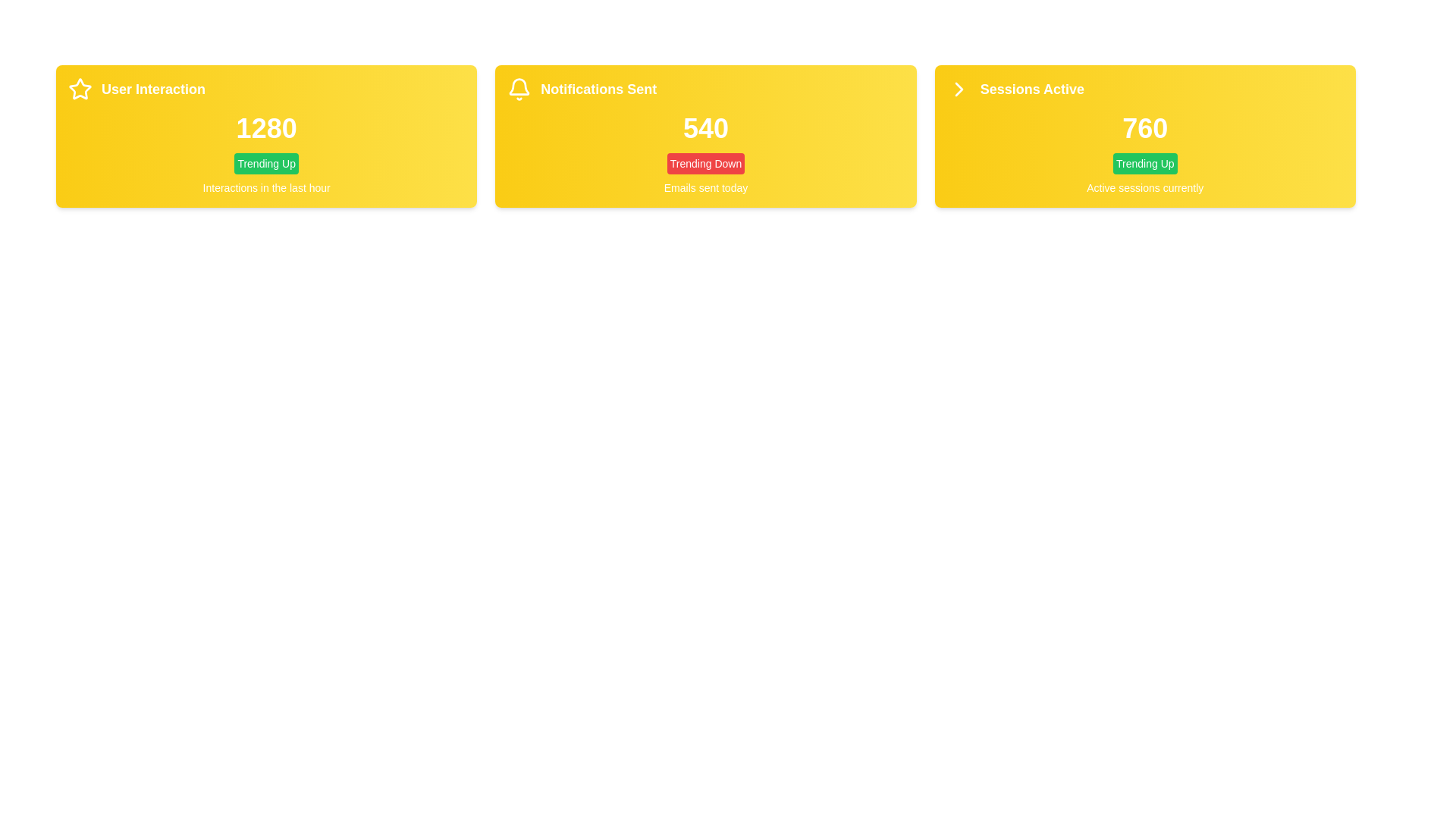  I want to click on the style and positioning of the 'chevron right' graphic icon aligned within the leftmost area of the 'Sessions Active' card, which is on the rightmost side of a row of three yellow cards, so click(958, 89).